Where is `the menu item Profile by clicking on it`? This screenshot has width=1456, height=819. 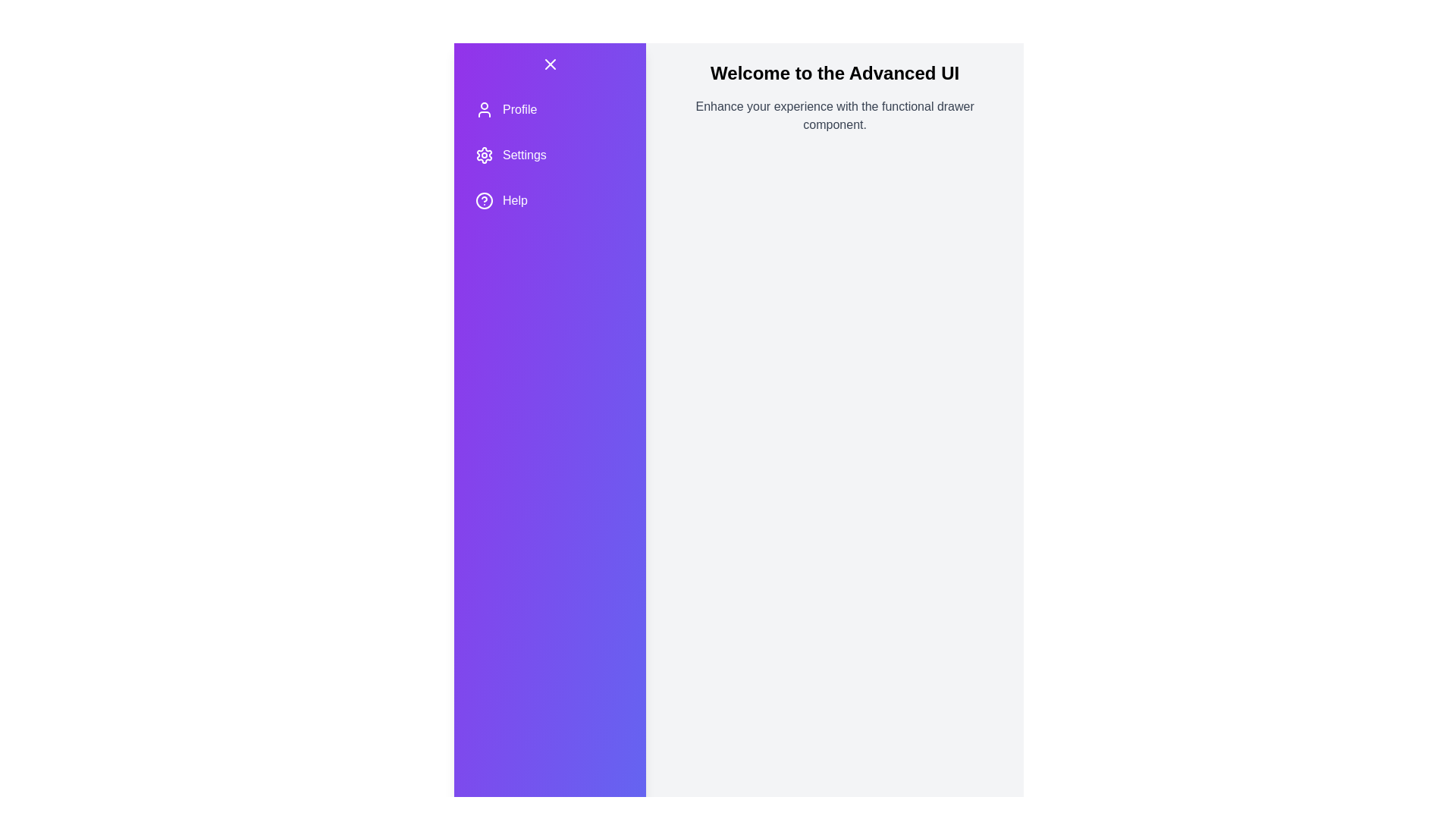
the menu item Profile by clicking on it is located at coordinates (549, 109).